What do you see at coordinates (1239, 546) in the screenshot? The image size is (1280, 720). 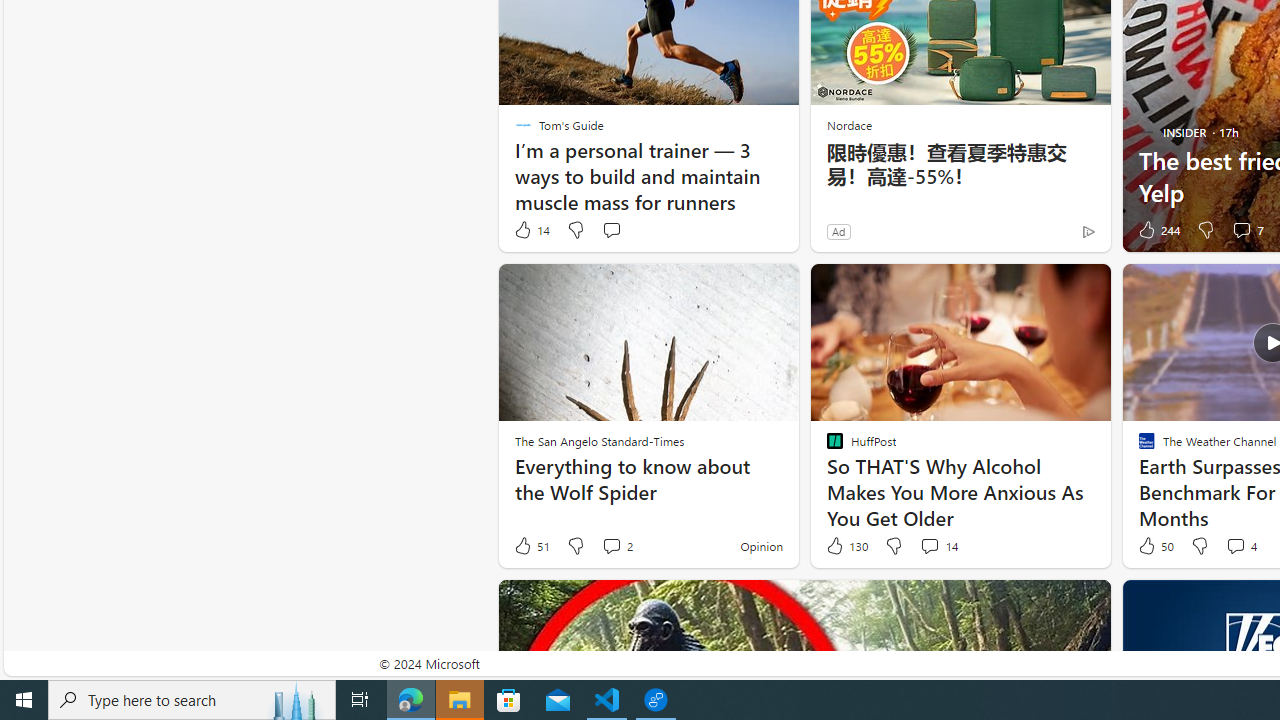 I see `'View comments 4 Comment'` at bounding box center [1239, 546].